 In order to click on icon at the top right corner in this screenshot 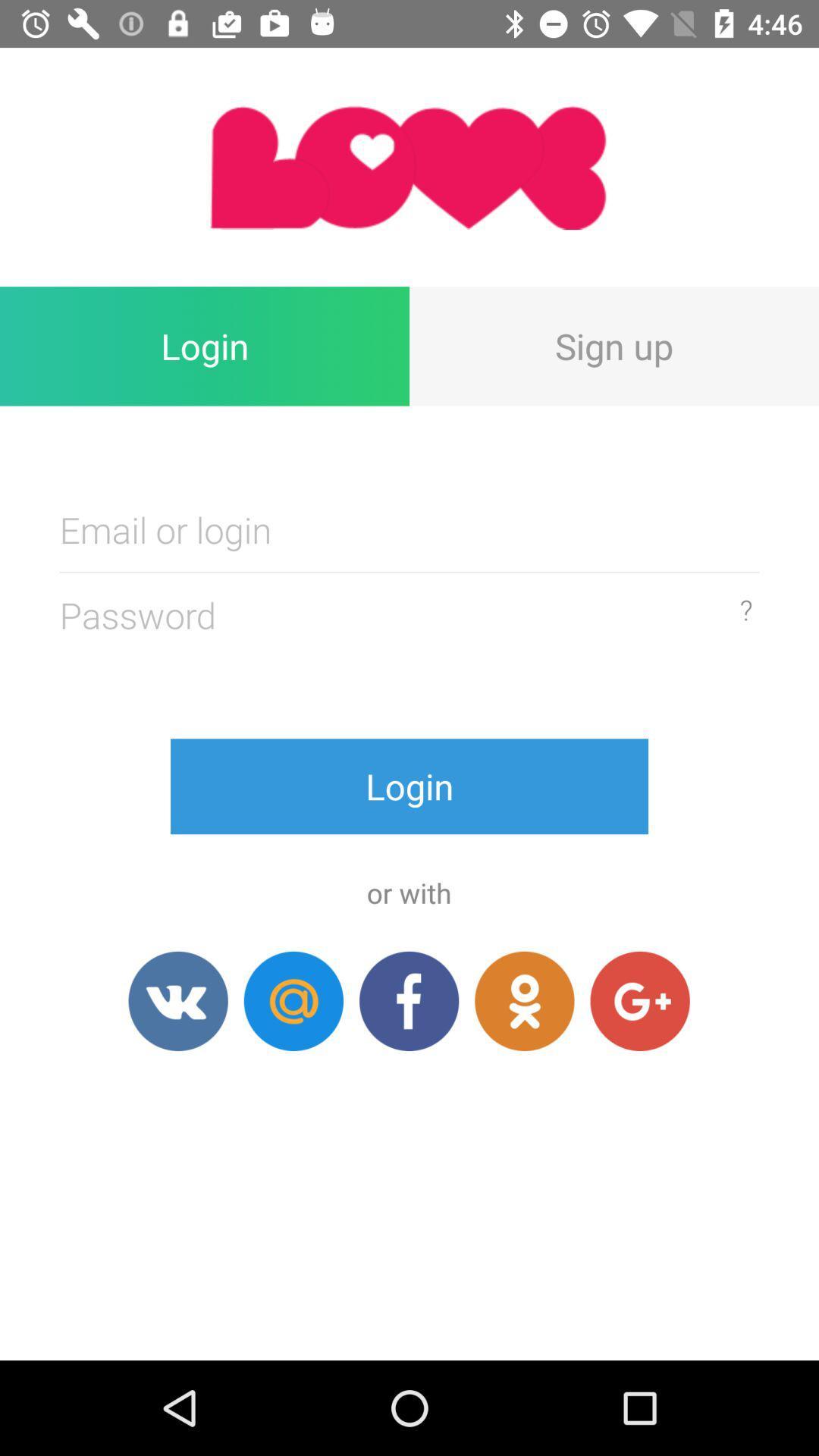, I will do `click(614, 345)`.